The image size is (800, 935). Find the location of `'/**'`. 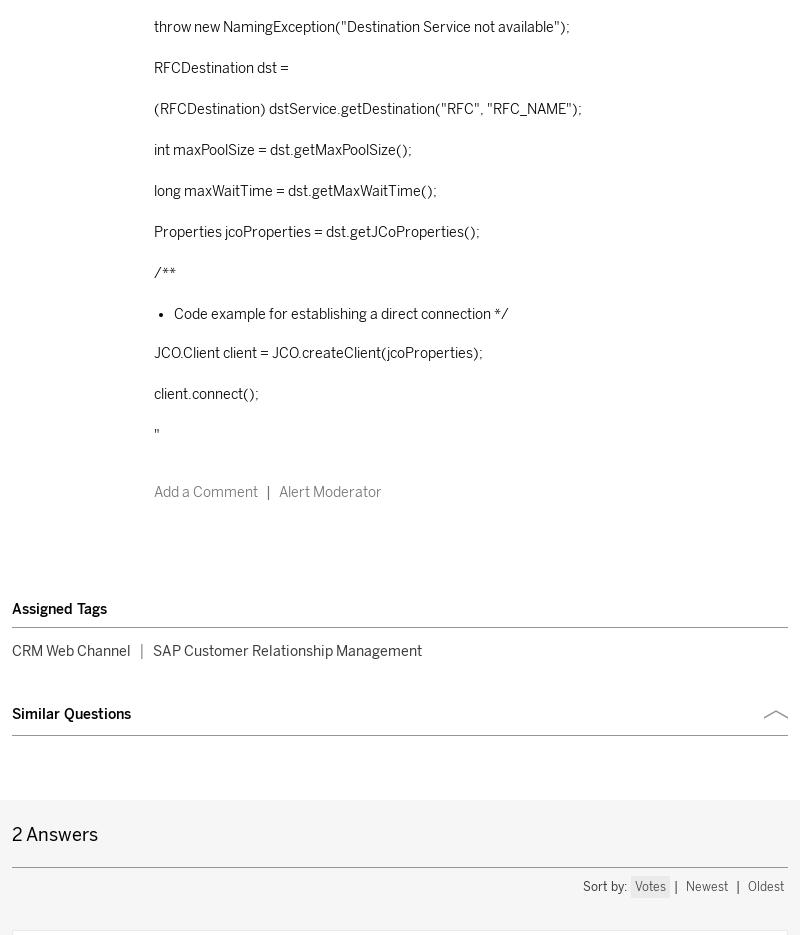

'/**' is located at coordinates (164, 271).